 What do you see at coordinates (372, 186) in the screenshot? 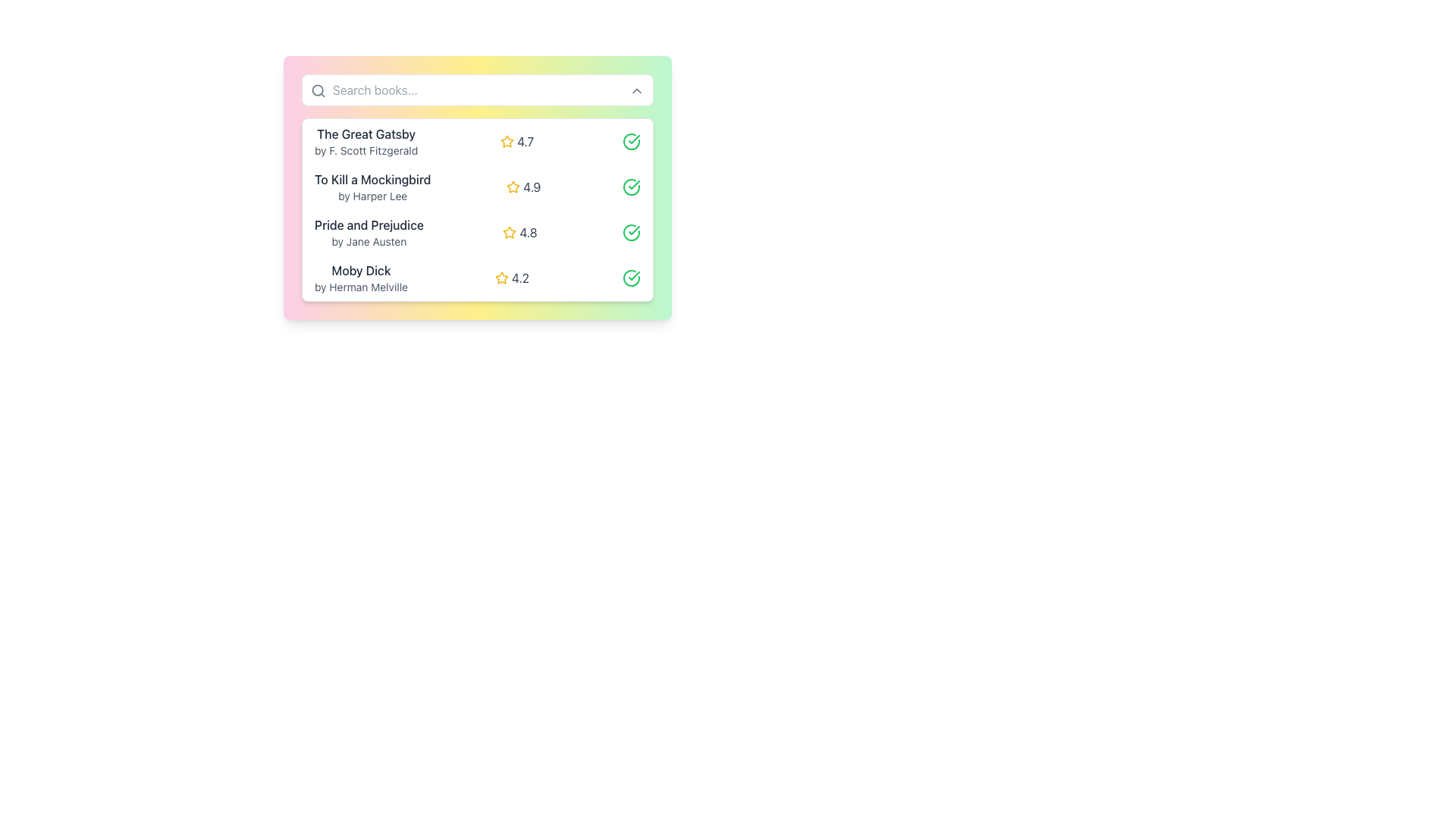
I see `the Text Display that shows the title and author of 'To Kill a Mockingbird' by Harper Lee, which is the second item in the list of book entries` at bounding box center [372, 186].